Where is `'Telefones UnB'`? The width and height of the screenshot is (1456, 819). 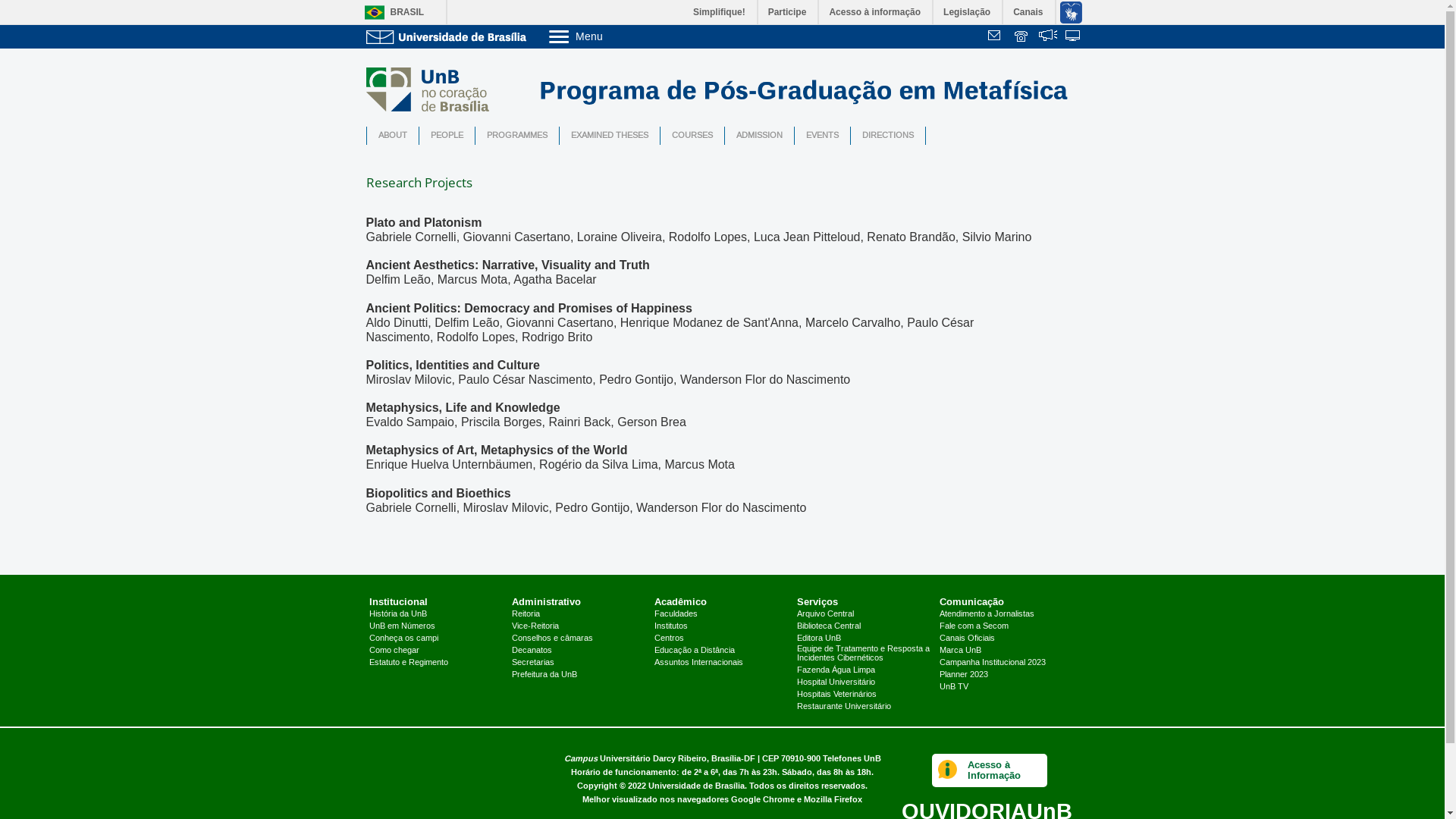 'Telefones UnB' is located at coordinates (851, 758).